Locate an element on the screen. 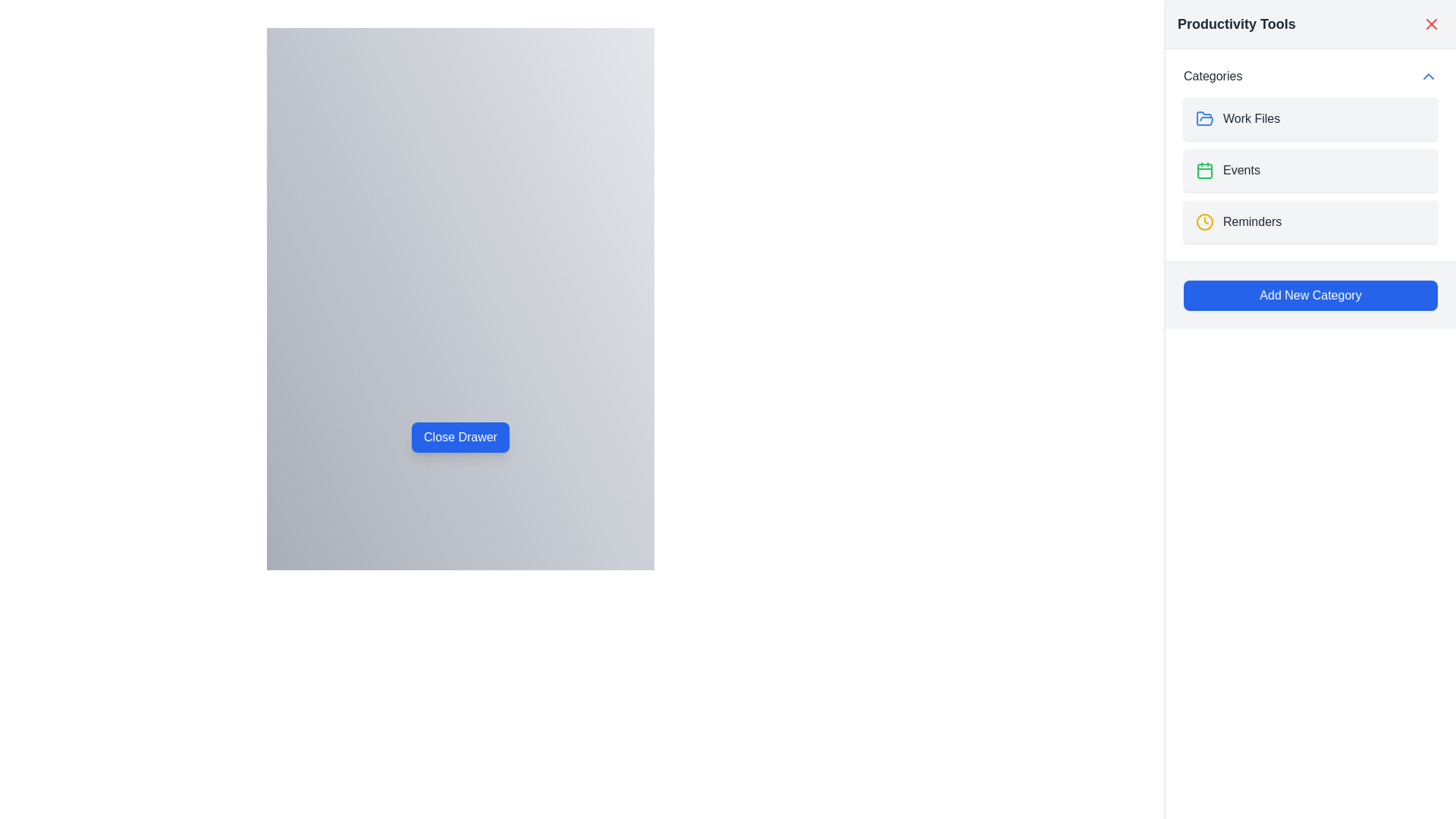  the first button in the 'Categories' section of the right-hand sidebar is located at coordinates (1310, 118).